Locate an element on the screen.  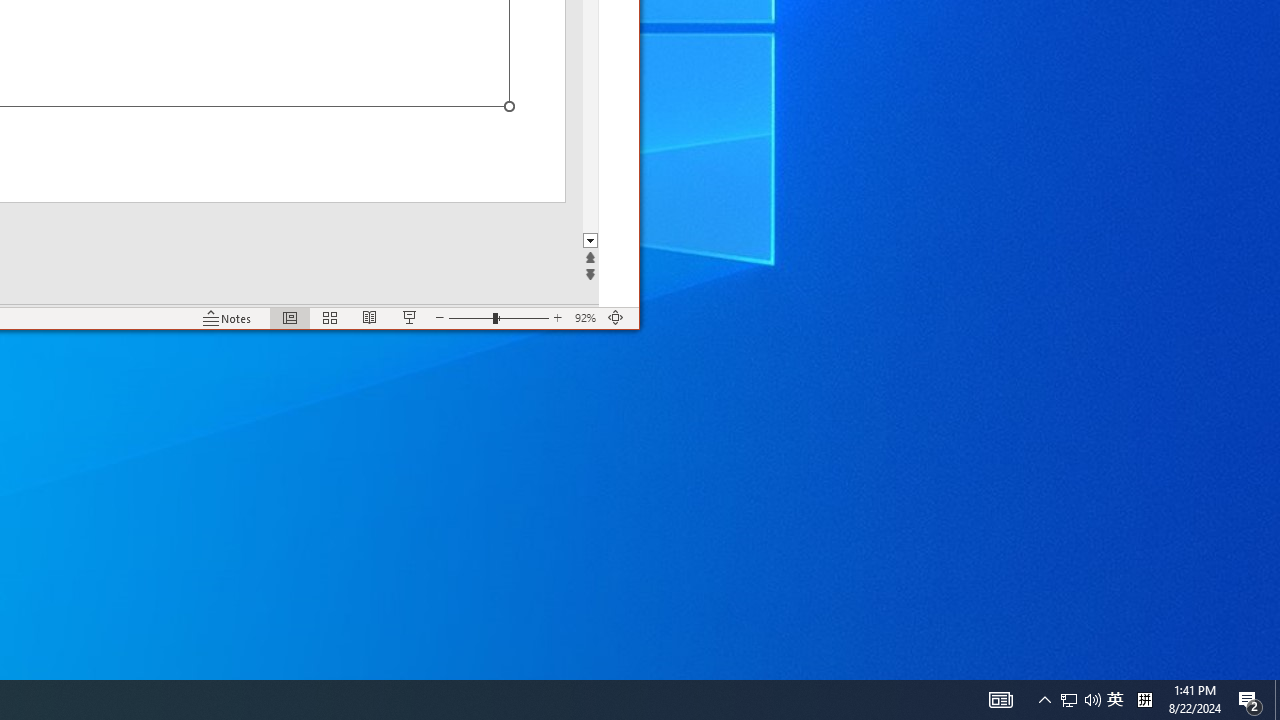
'Zoom 92%' is located at coordinates (584, 317).